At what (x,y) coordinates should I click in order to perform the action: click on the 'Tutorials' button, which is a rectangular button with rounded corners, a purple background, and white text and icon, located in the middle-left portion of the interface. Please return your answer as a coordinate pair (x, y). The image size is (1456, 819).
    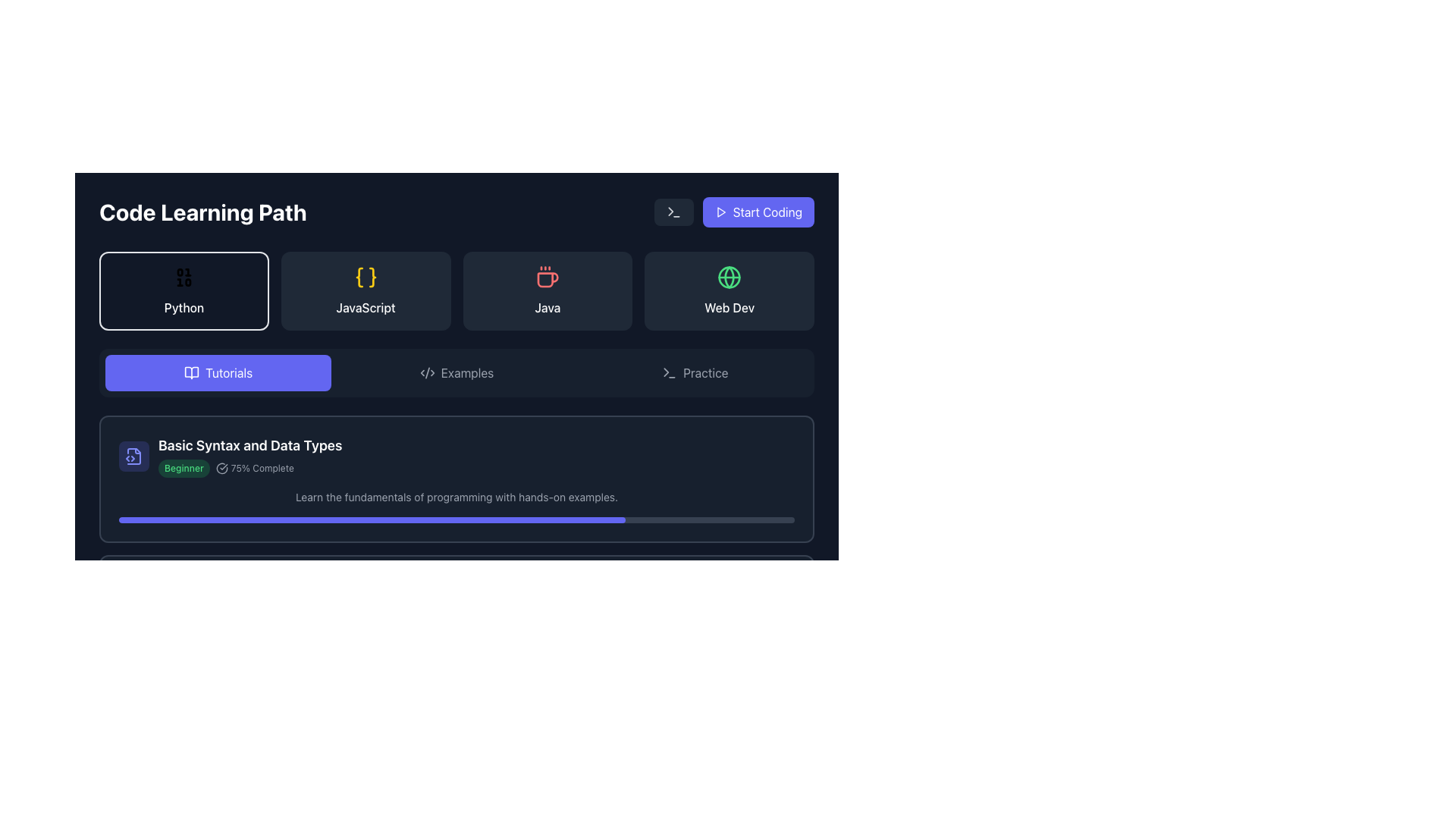
    Looking at the image, I should click on (218, 373).